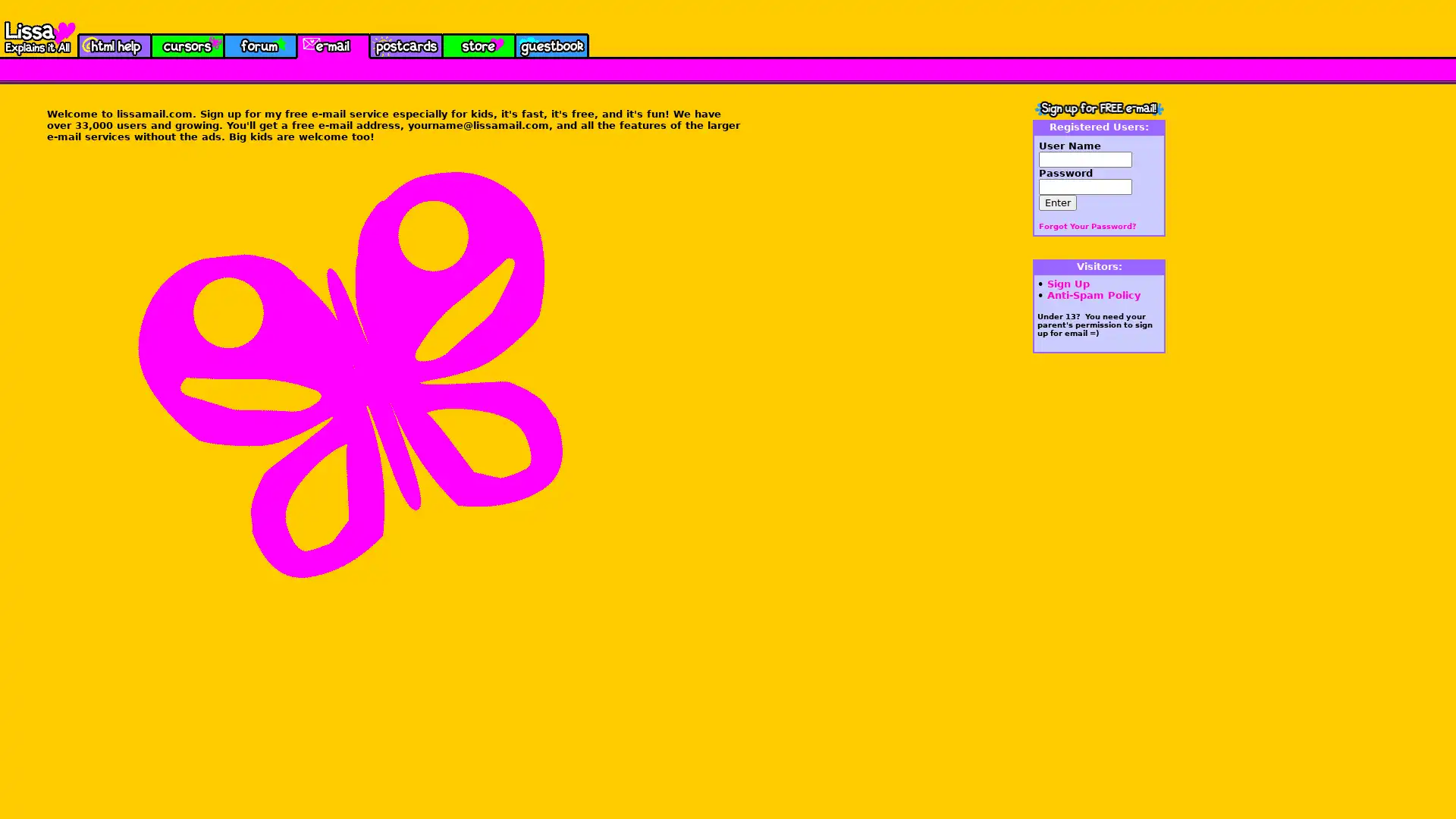  What do you see at coordinates (1057, 202) in the screenshot?
I see `Enter` at bounding box center [1057, 202].